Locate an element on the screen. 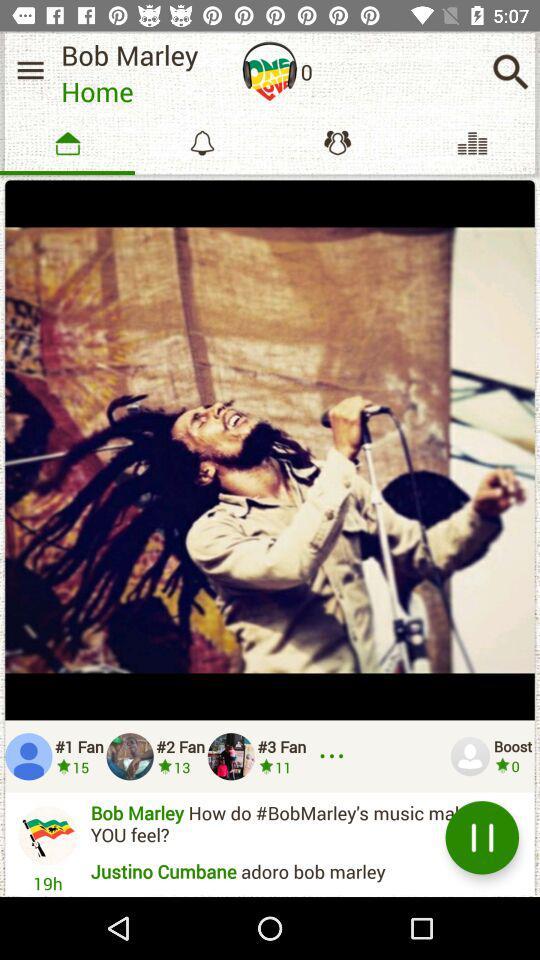 Image resolution: width=540 pixels, height=960 pixels. the profile left to 2 fan is located at coordinates (130, 755).